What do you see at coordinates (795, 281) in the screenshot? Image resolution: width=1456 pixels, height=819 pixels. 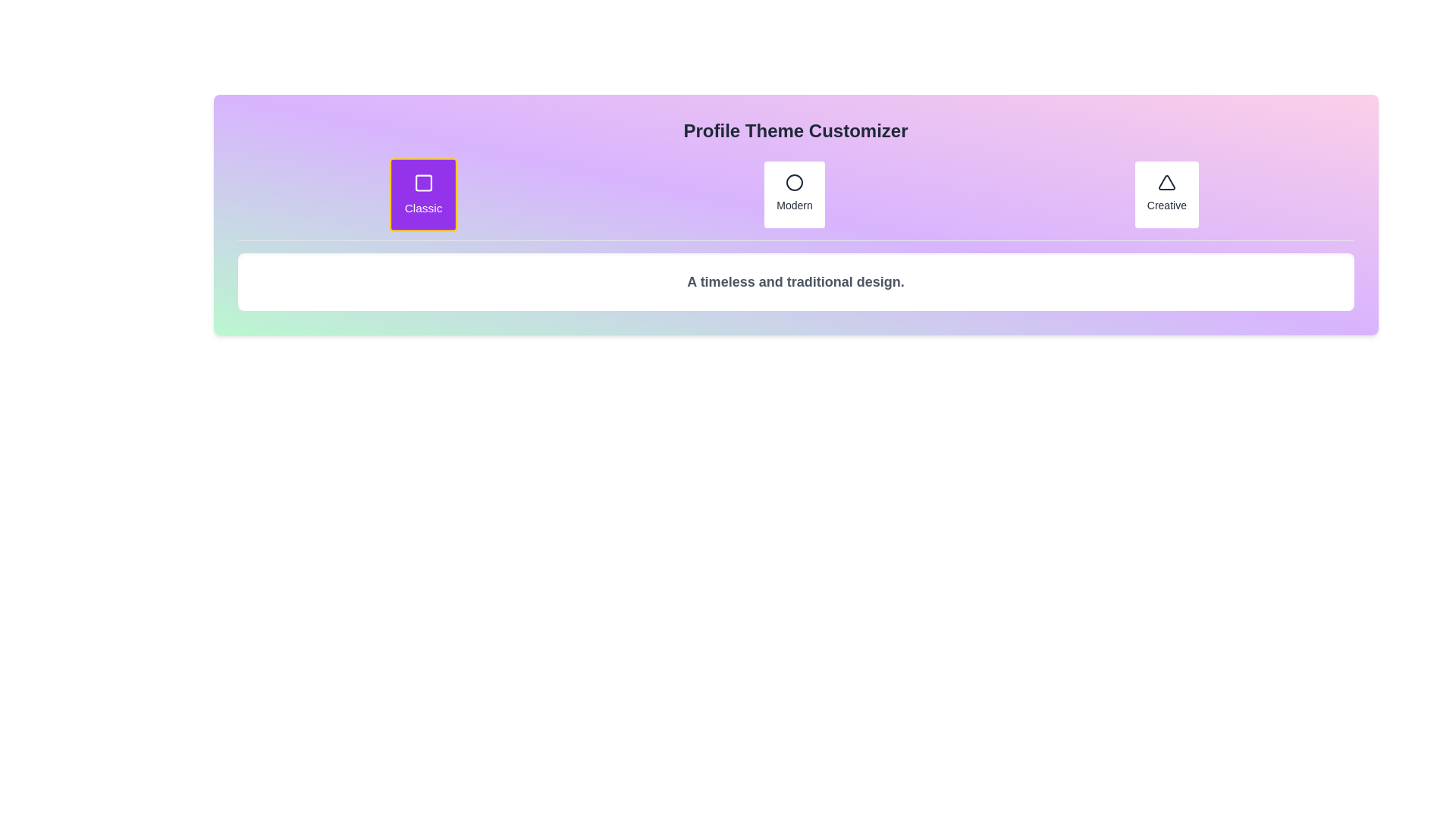 I see `the text block reading 'A timeless and traditional design.' which is centered below the 'Profile Theme Customizer' title and the options 'Classic', 'Modern', and 'Creative'` at bounding box center [795, 281].